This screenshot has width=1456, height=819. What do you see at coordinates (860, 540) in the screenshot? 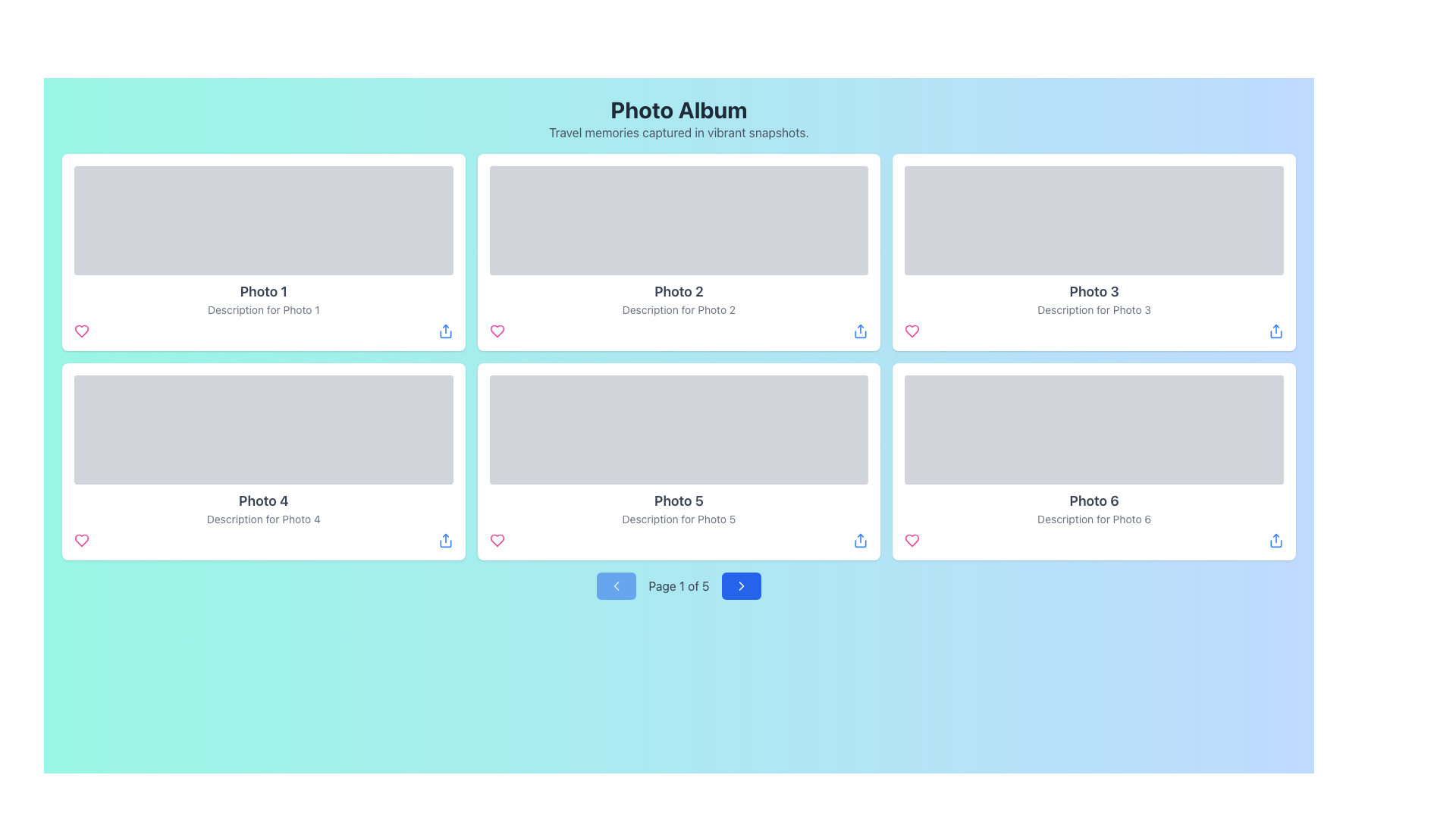
I see `the blue upward arrow icon button located` at bounding box center [860, 540].